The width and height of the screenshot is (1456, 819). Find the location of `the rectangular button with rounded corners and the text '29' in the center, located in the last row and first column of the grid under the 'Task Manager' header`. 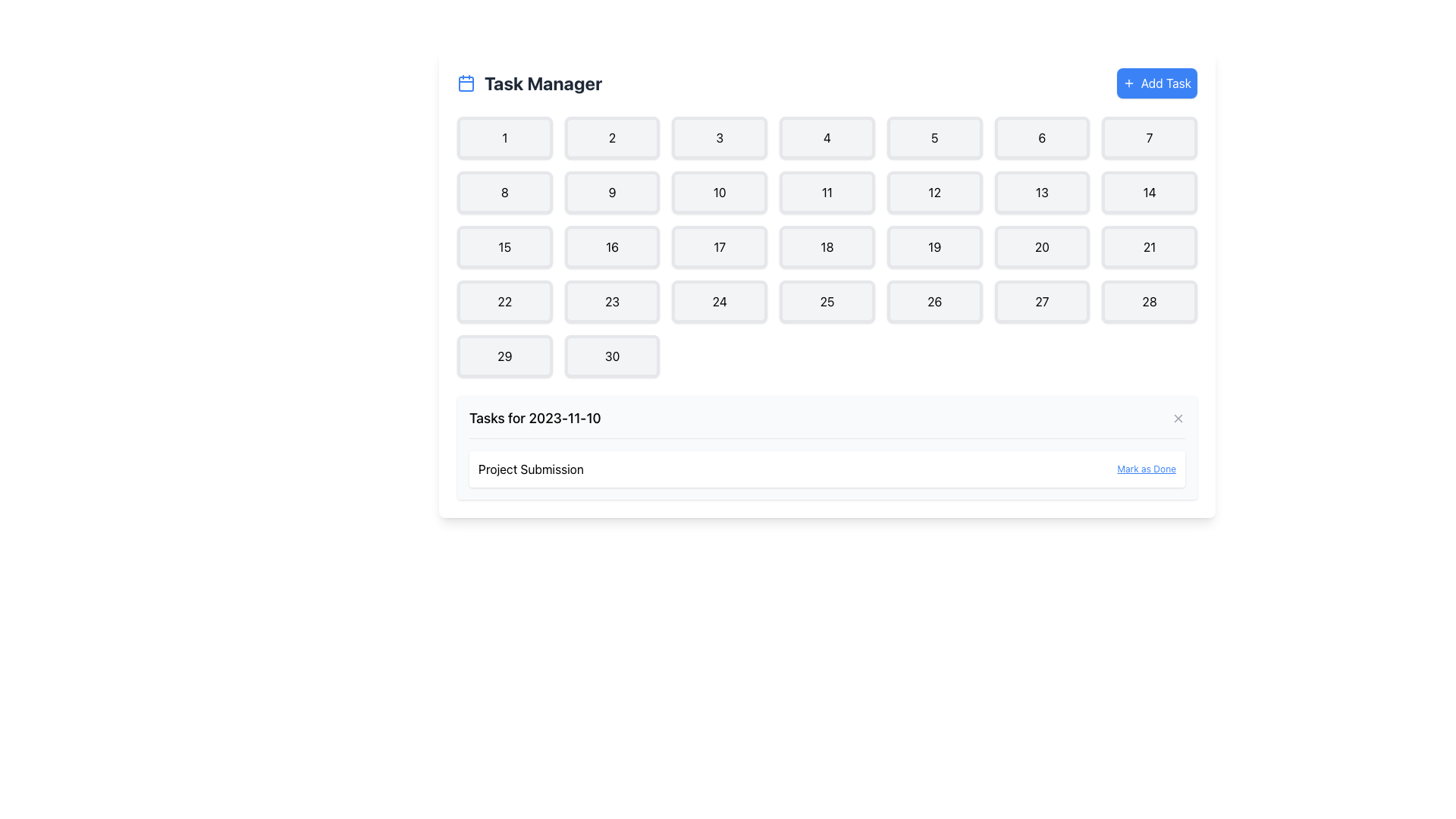

the rectangular button with rounded corners and the text '29' in the center, located in the last row and first column of the grid under the 'Task Manager' header is located at coordinates (504, 356).